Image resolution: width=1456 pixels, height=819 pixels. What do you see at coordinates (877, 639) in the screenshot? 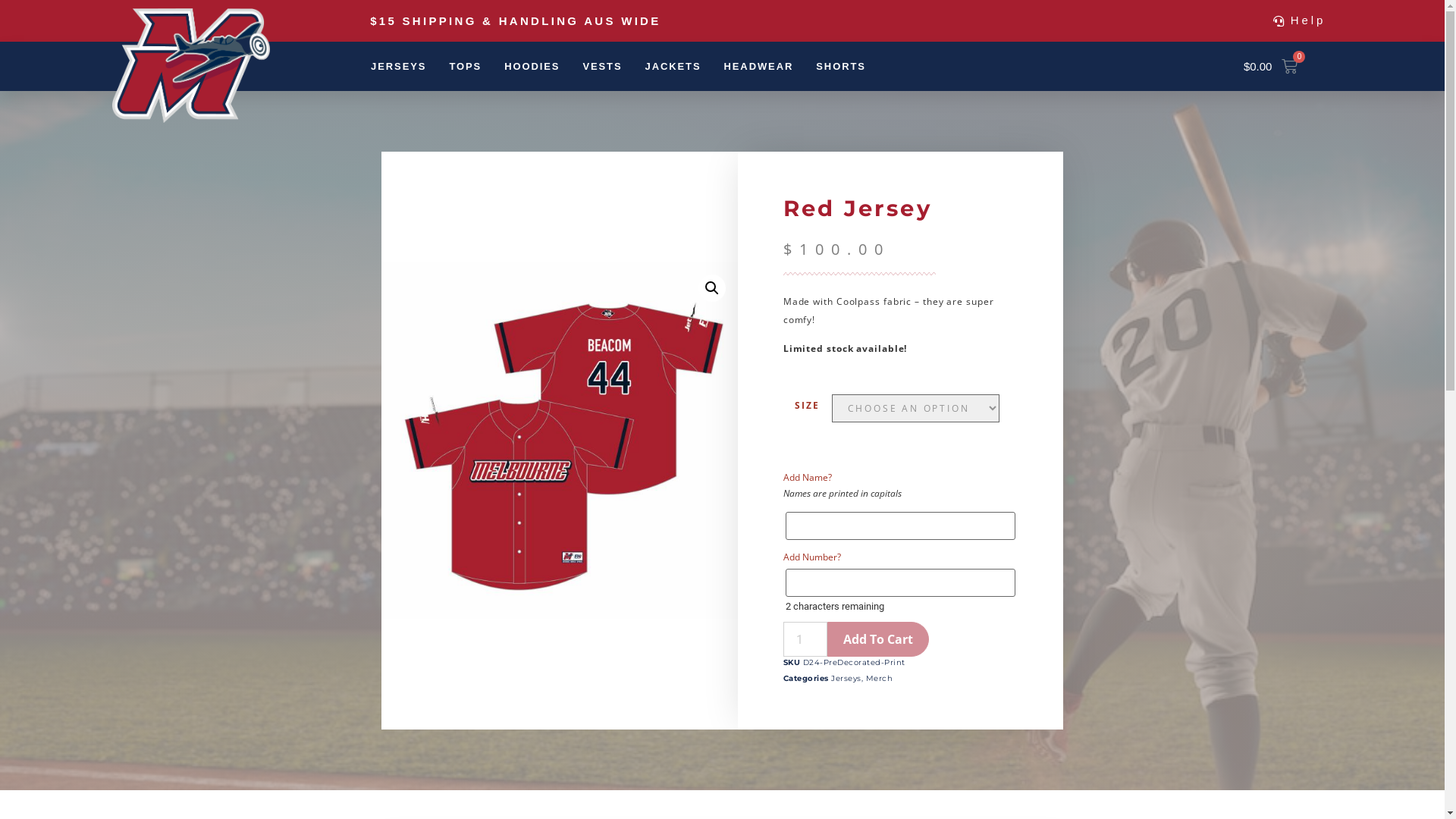
I see `'Add To Cart'` at bounding box center [877, 639].